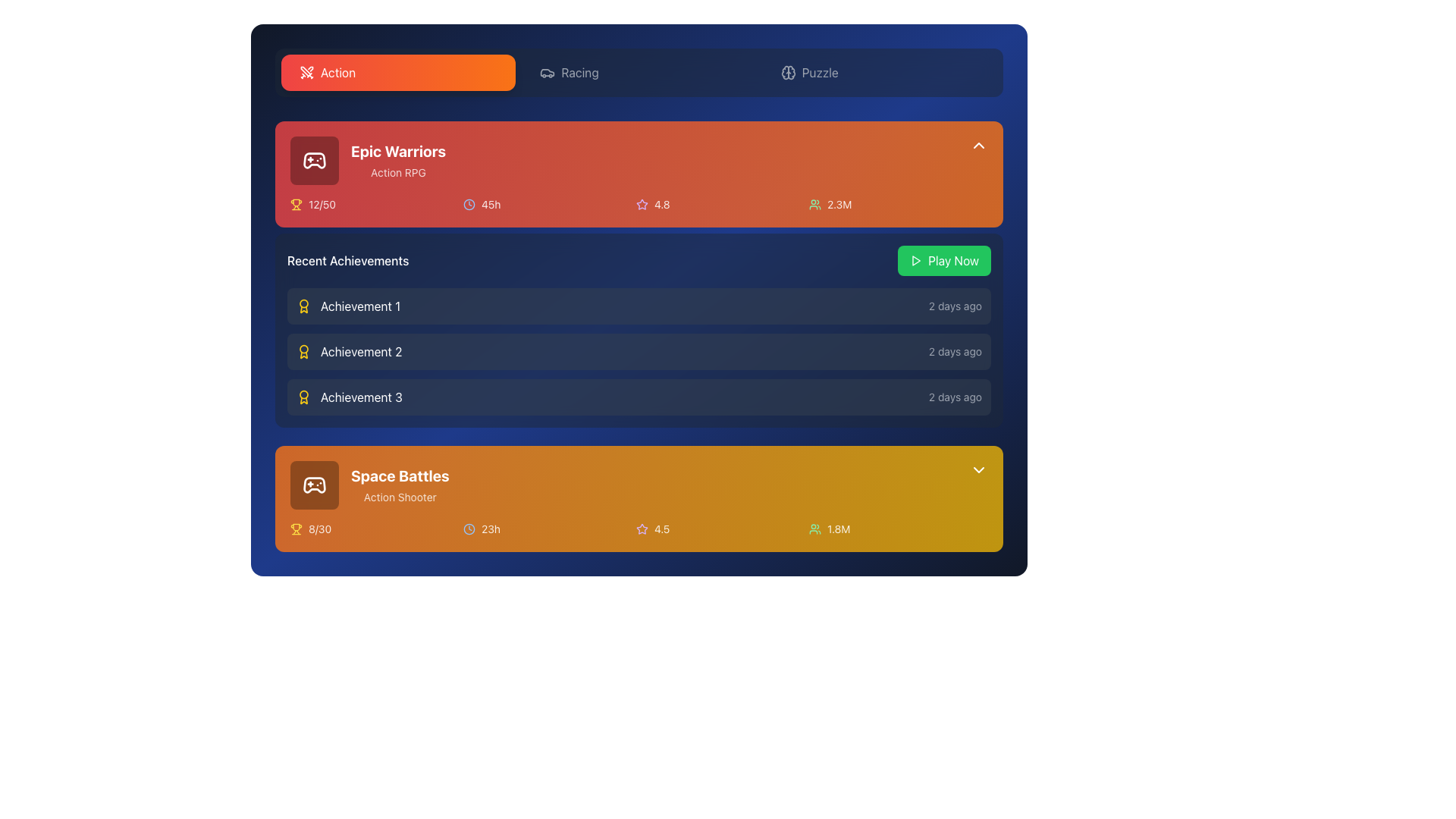  Describe the element at coordinates (319, 529) in the screenshot. I see `the text label displaying '8/30' located under the trophy icon in the 'Space Battles' section` at that location.